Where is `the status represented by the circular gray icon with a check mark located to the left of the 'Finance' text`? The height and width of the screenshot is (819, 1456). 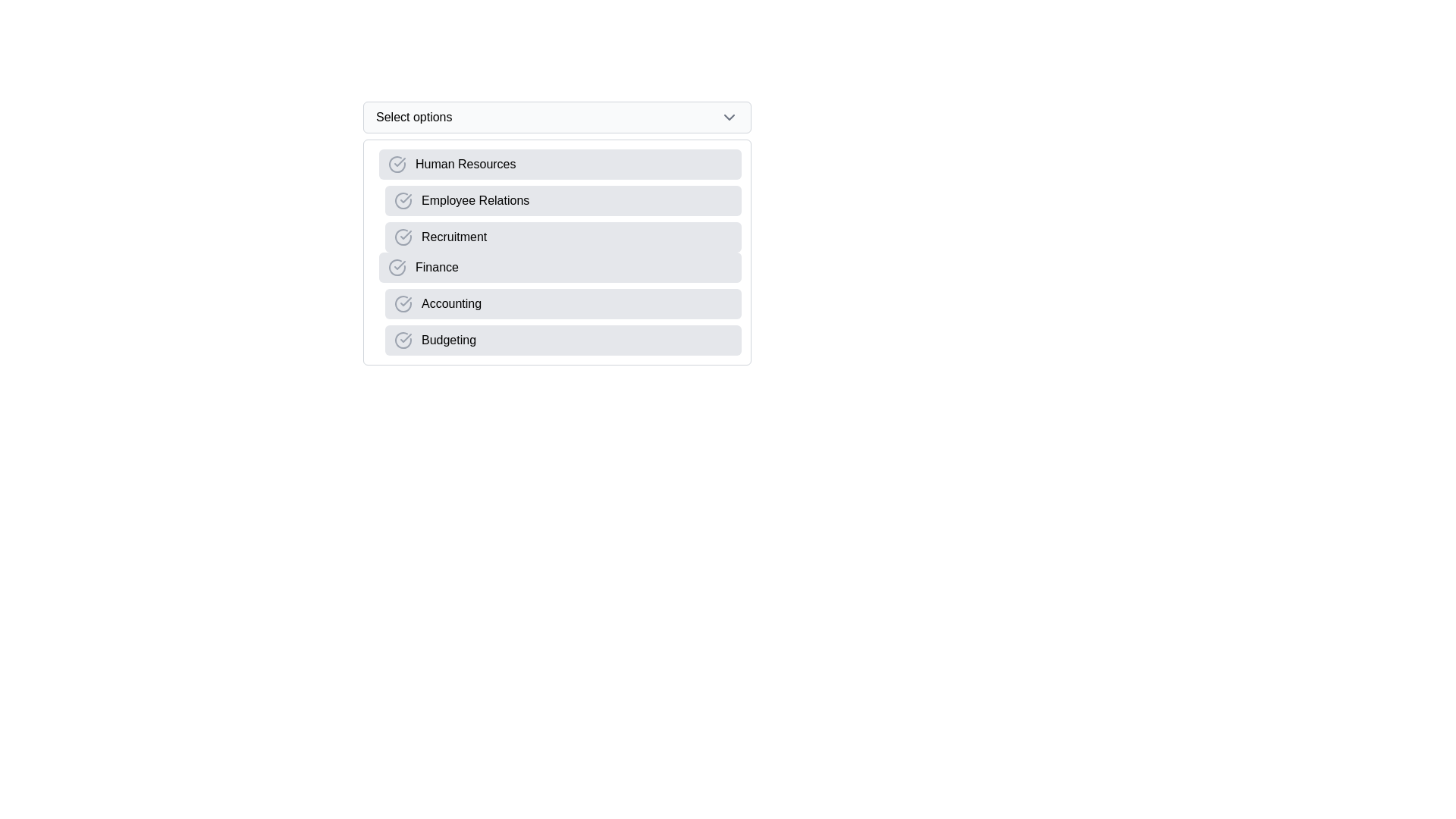 the status represented by the circular gray icon with a check mark located to the left of the 'Finance' text is located at coordinates (397, 267).